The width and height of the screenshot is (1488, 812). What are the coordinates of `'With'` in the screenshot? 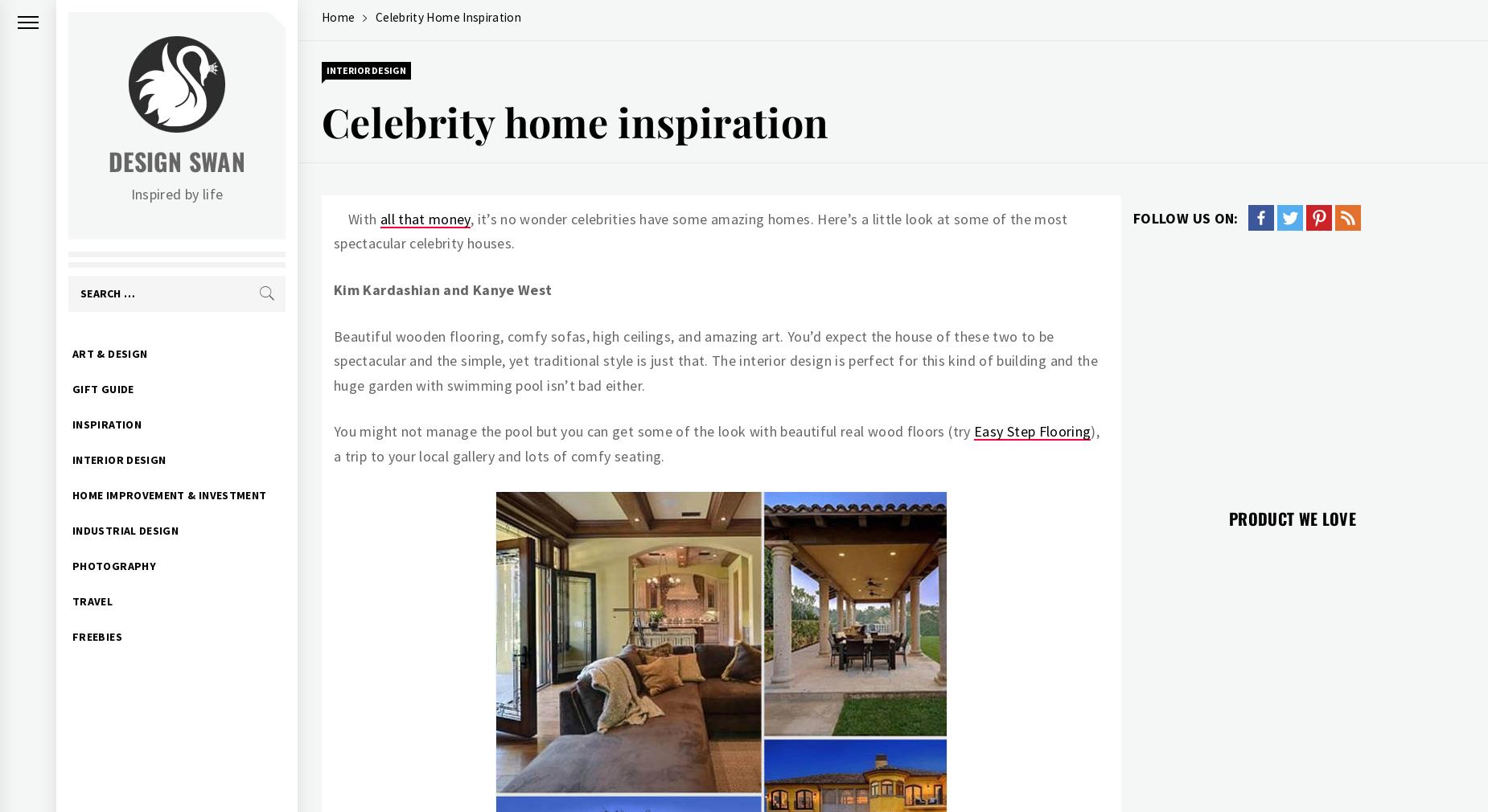 It's located at (363, 218).